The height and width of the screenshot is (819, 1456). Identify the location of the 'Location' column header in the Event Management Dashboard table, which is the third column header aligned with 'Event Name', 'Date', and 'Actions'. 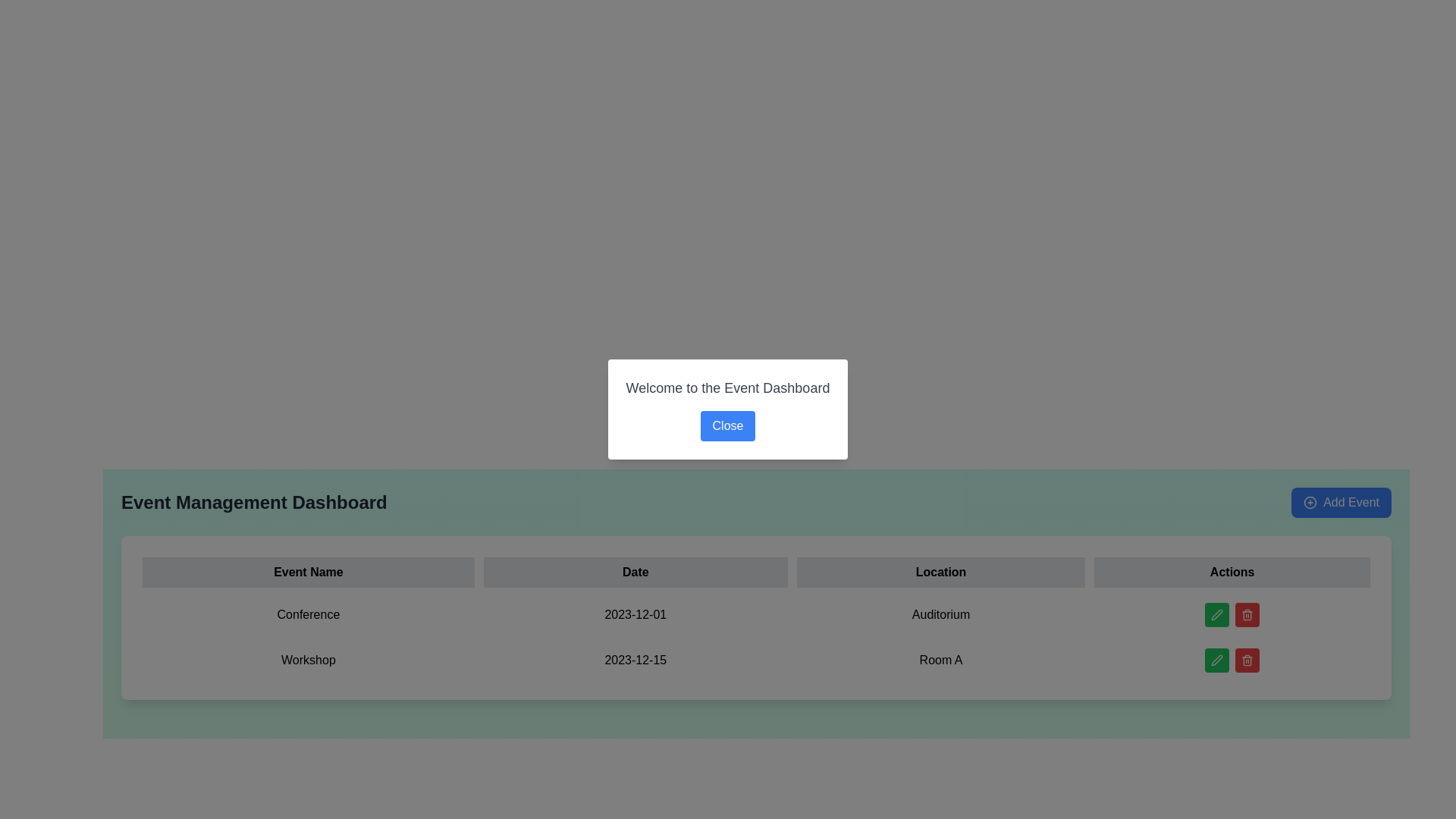
(940, 573).